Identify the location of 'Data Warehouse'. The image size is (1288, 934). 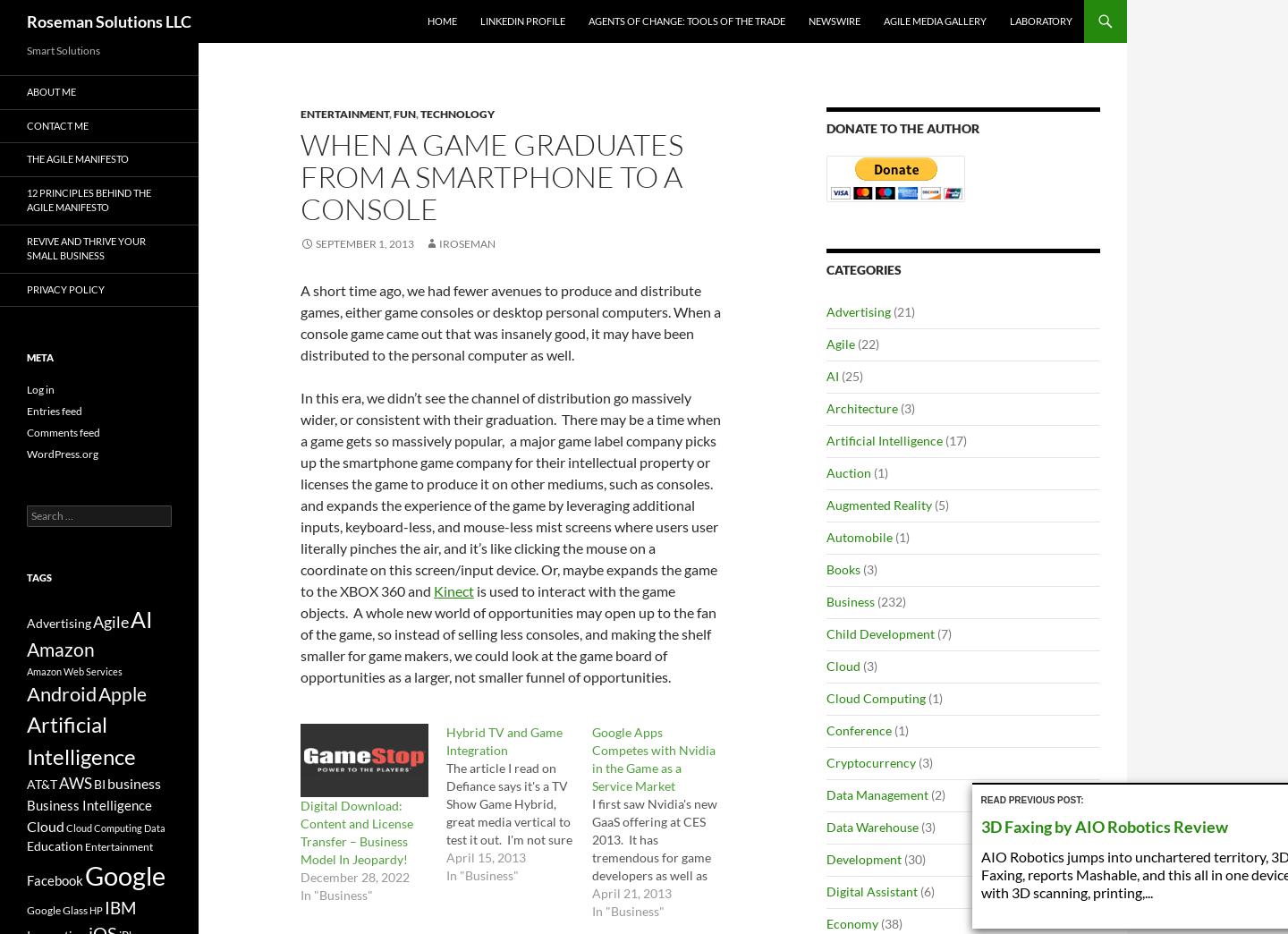
(871, 826).